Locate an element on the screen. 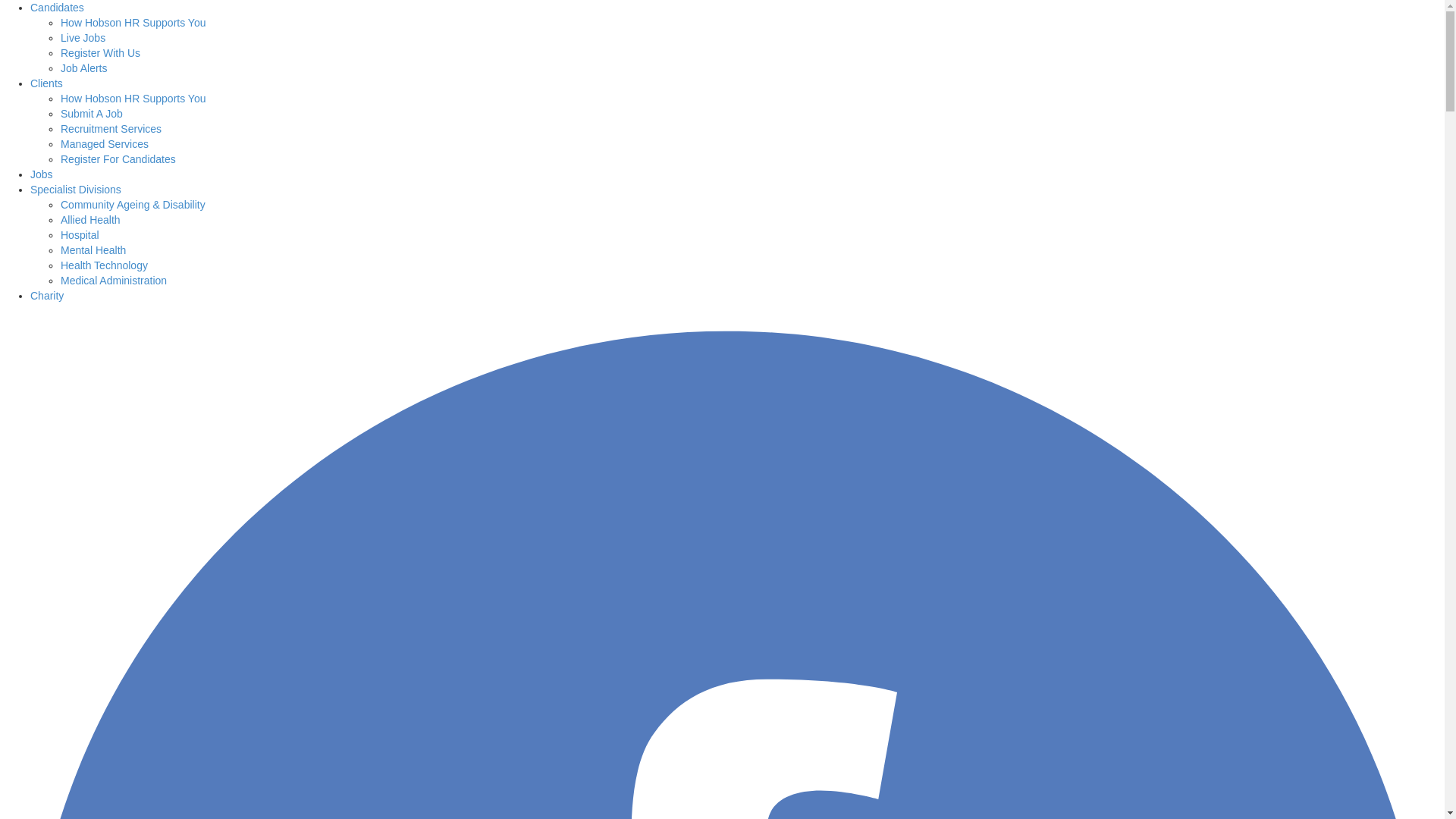  'Charity' is located at coordinates (47, 295).